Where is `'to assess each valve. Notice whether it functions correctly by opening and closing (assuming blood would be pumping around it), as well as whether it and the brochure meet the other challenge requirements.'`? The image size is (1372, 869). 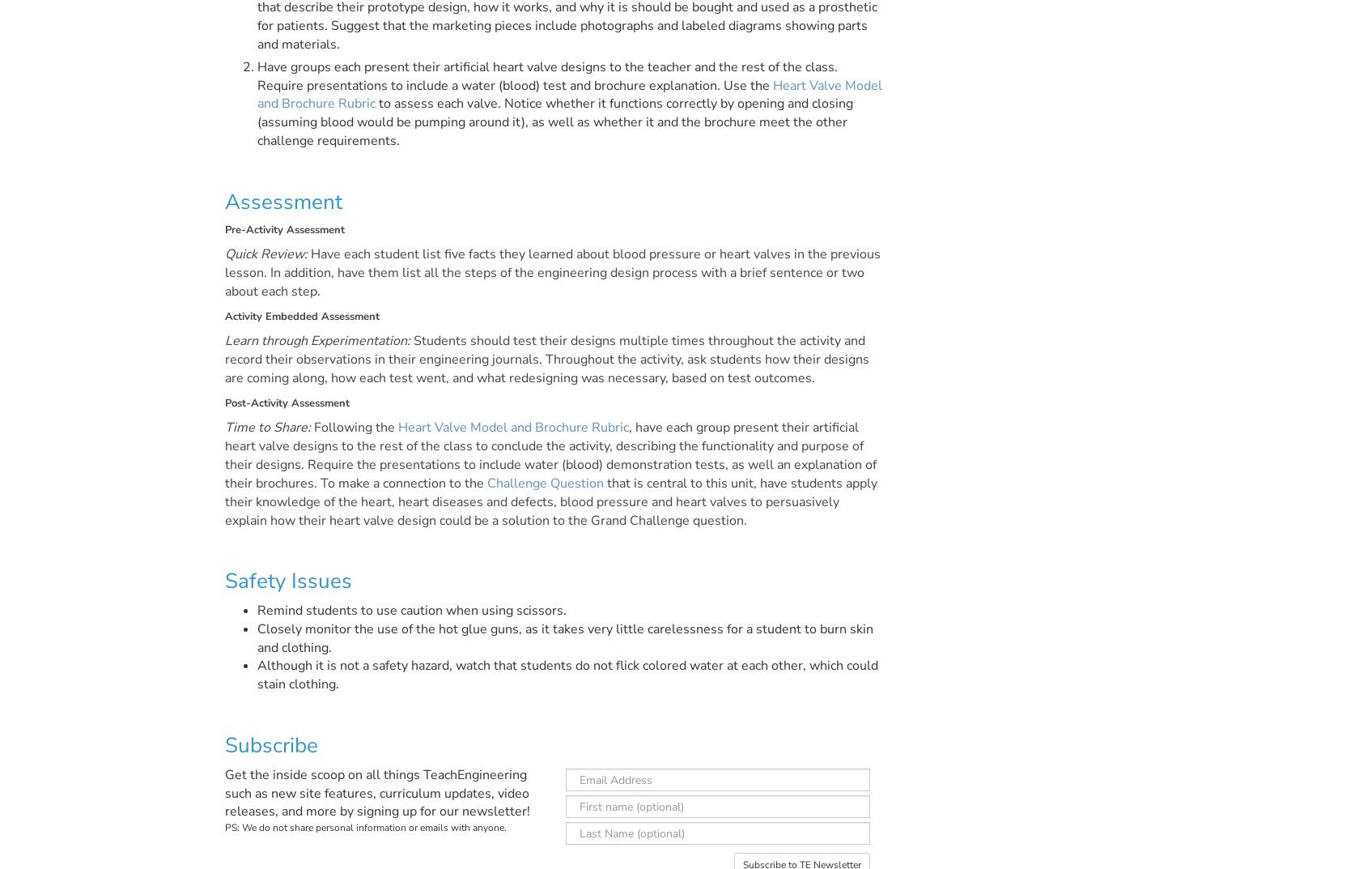 'to assess each valve. Notice whether it functions correctly by opening and closing (assuming blood would be pumping around it), as well as whether it and the brochure meet the other challenge requirements.' is located at coordinates (554, 121).